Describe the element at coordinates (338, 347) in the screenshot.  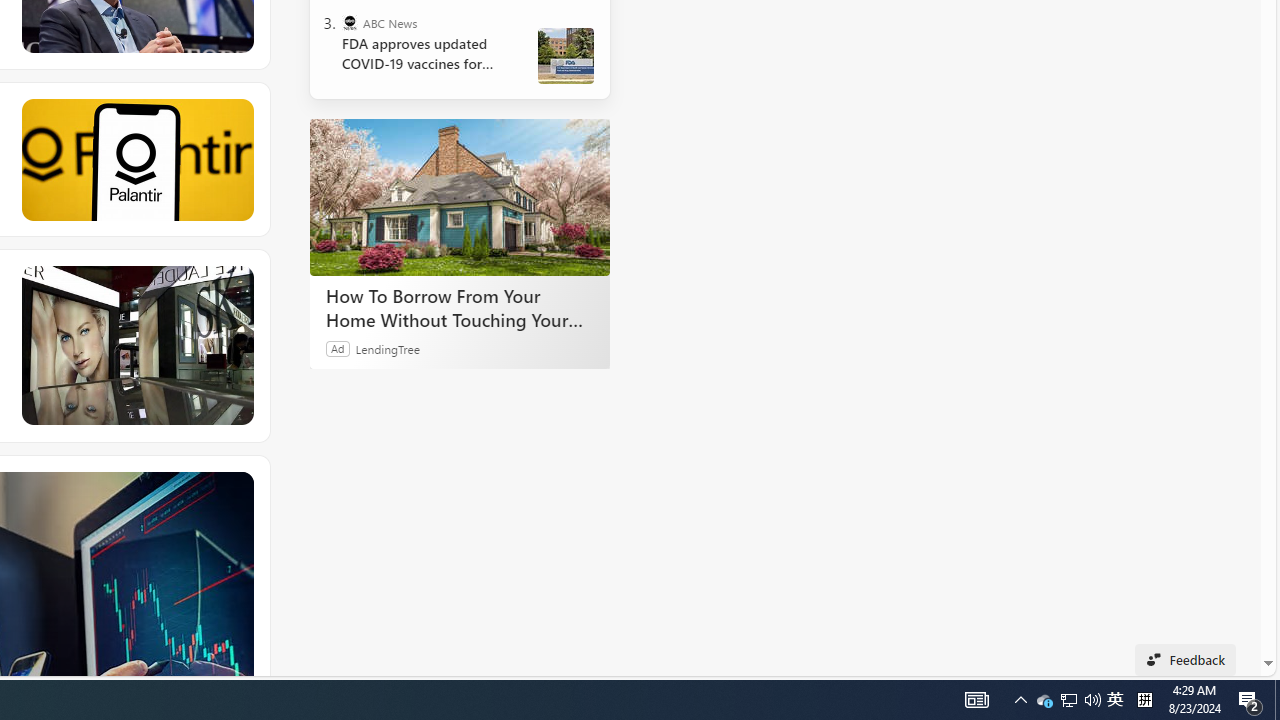
I see `'Ad'` at that location.